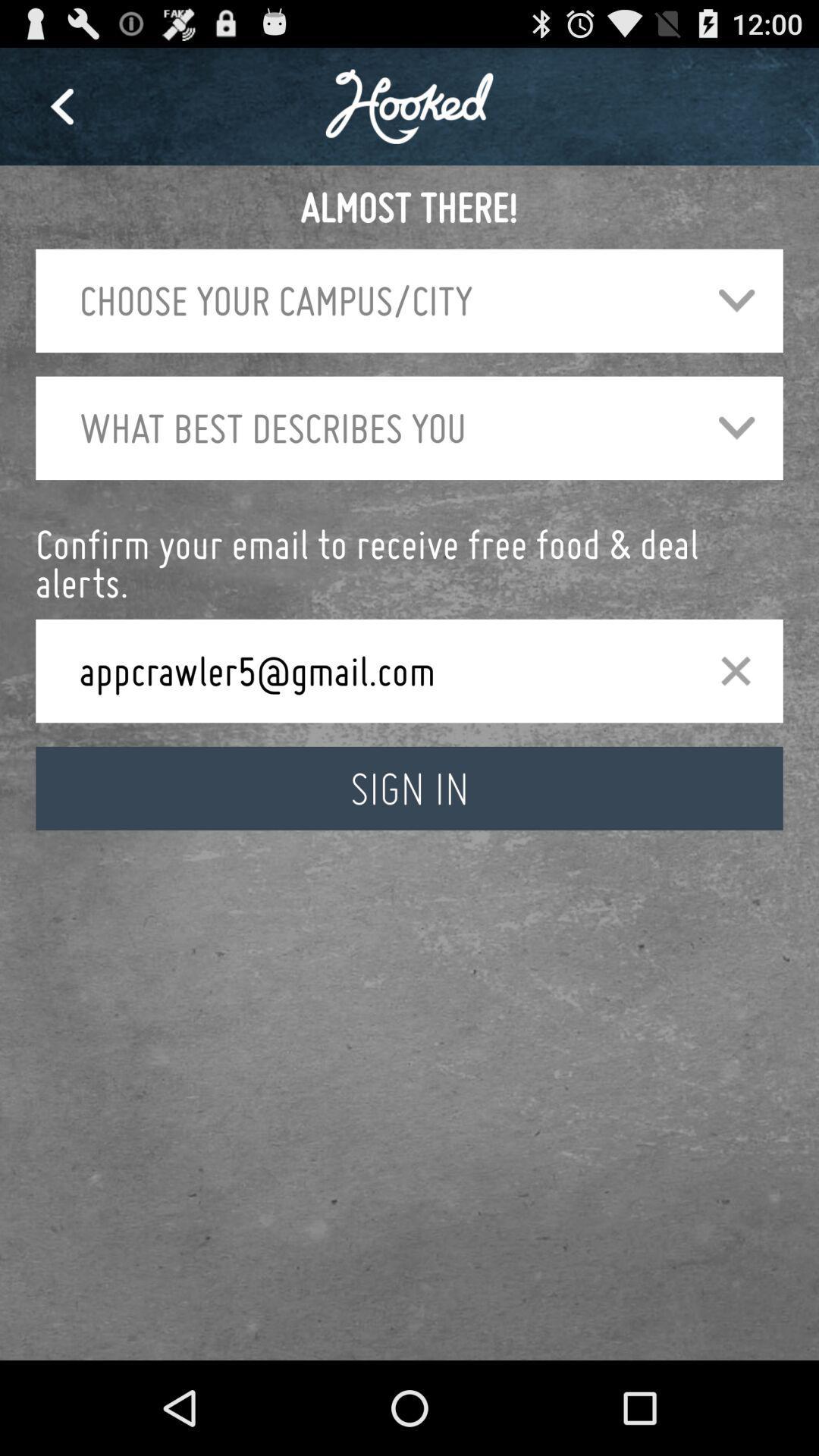  I want to click on item above the sign in, so click(374, 670).